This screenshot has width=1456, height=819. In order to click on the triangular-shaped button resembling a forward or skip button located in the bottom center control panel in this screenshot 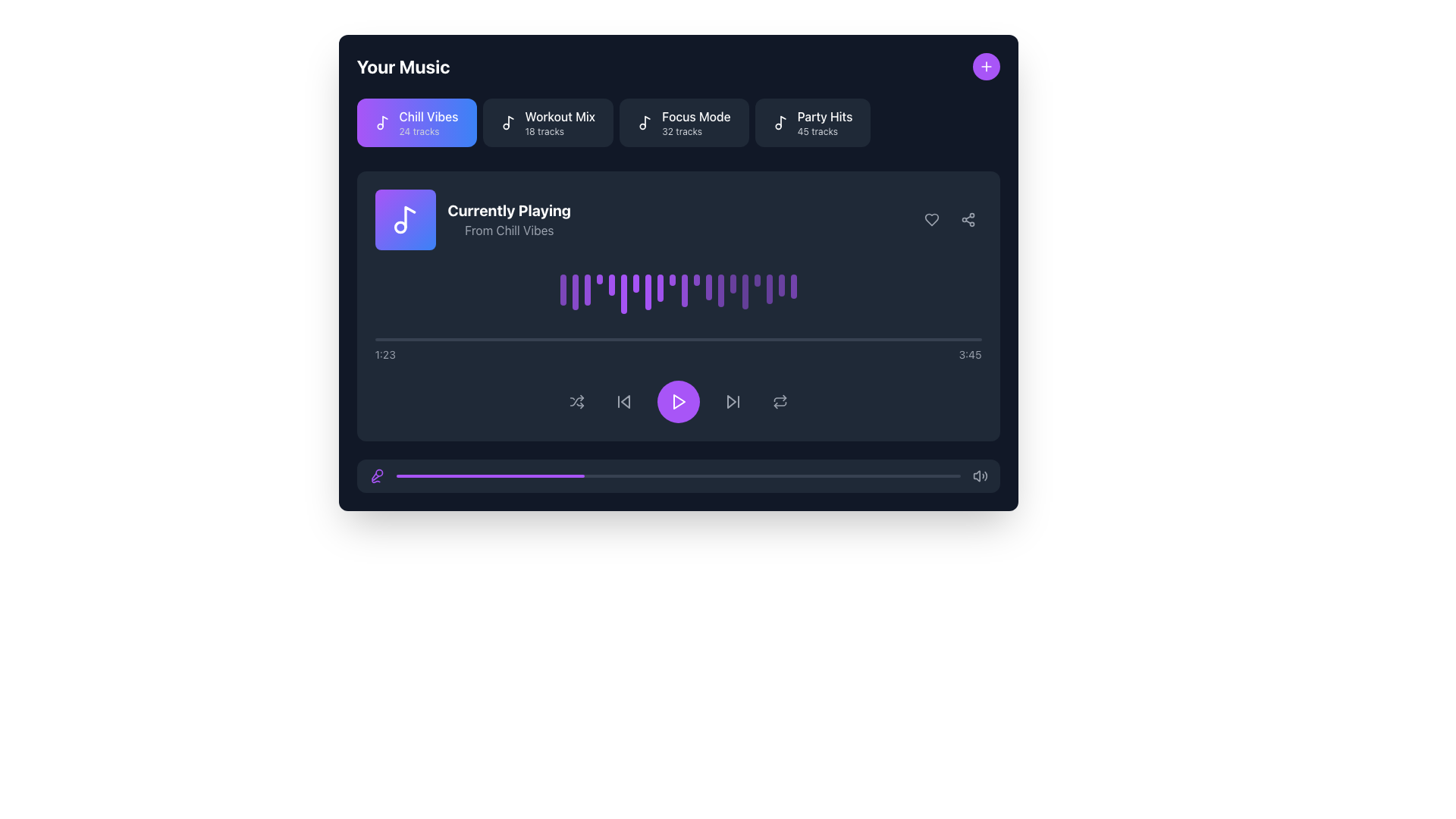, I will do `click(731, 401)`.